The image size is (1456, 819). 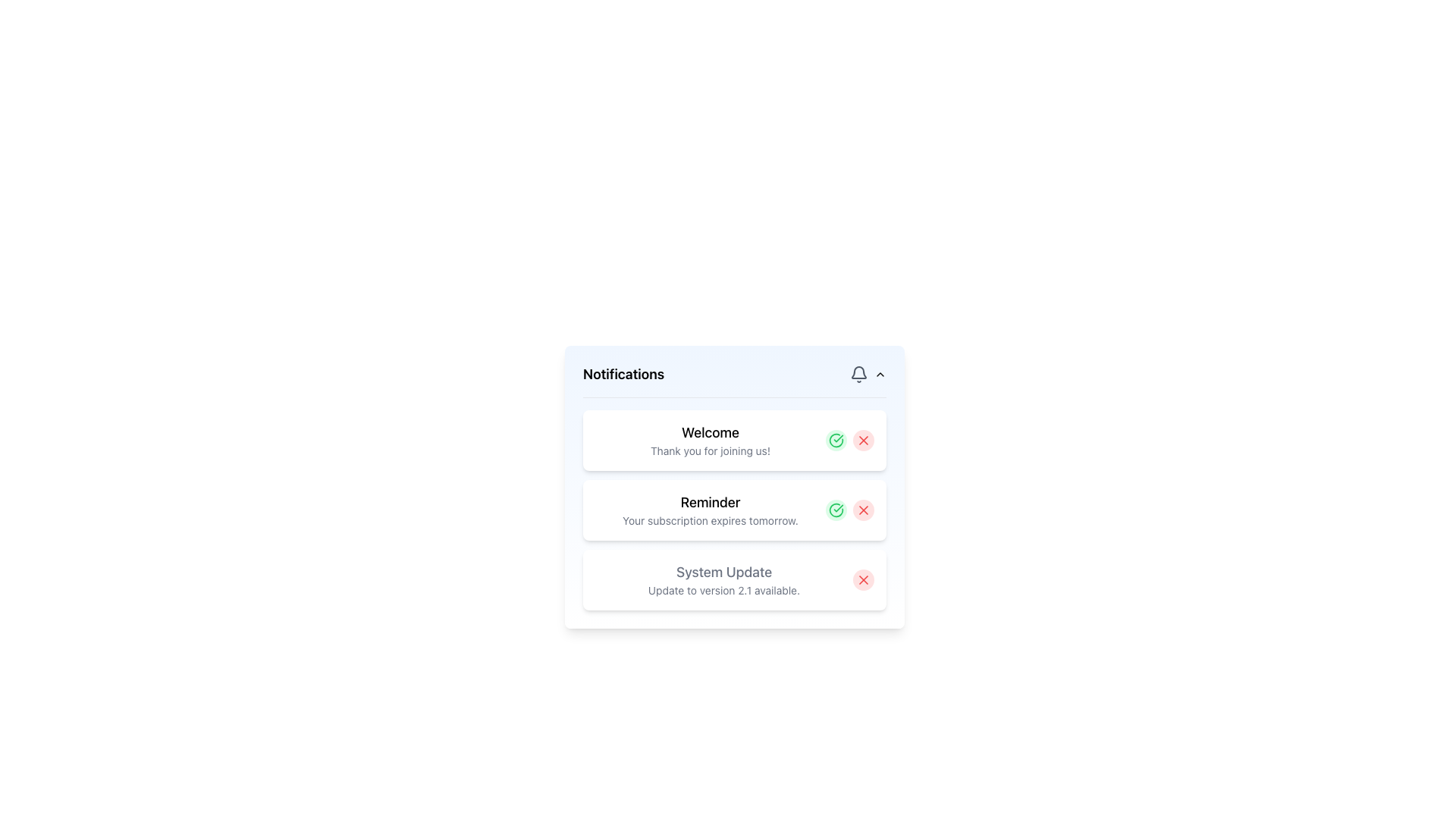 I want to click on the circular icon with a green outline and checkmark inside, located adjacent to the 'Reminder' text in the second notification block, so click(x=836, y=441).